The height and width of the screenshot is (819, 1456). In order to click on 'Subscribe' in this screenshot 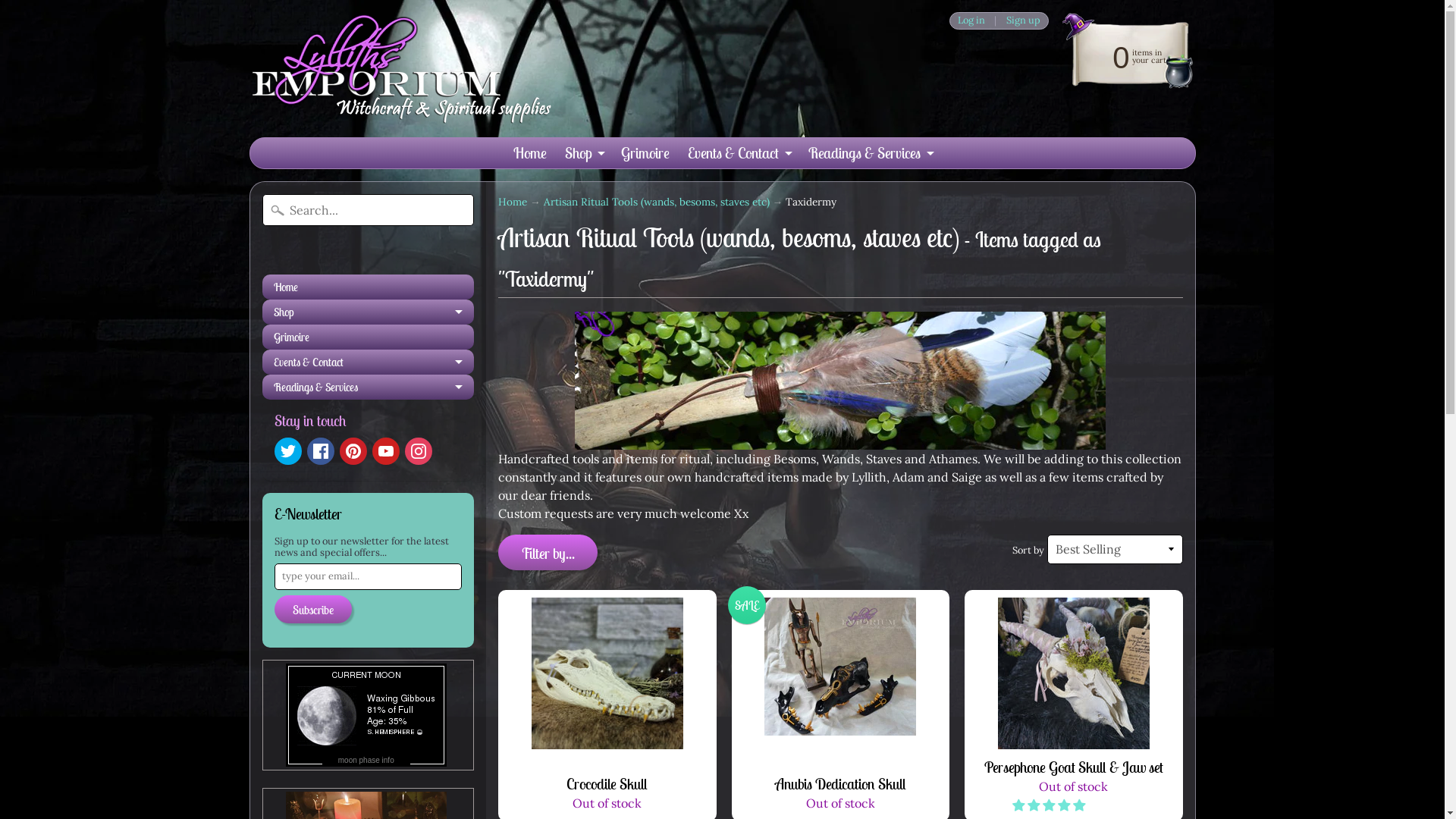, I will do `click(312, 608)`.